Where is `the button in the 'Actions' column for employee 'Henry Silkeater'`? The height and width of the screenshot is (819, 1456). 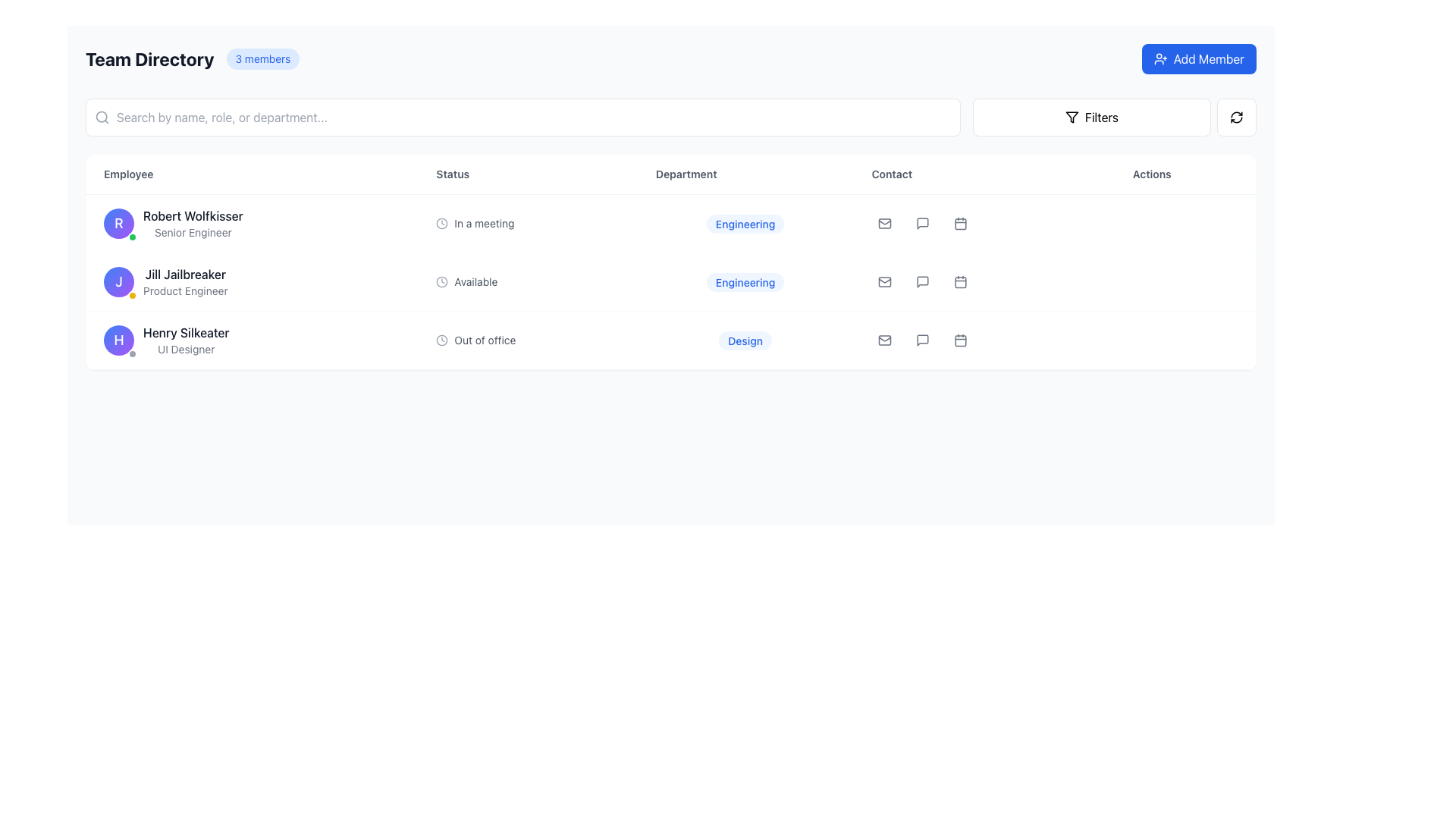 the button in the 'Actions' column for employee 'Henry Silkeater' is located at coordinates (921, 339).